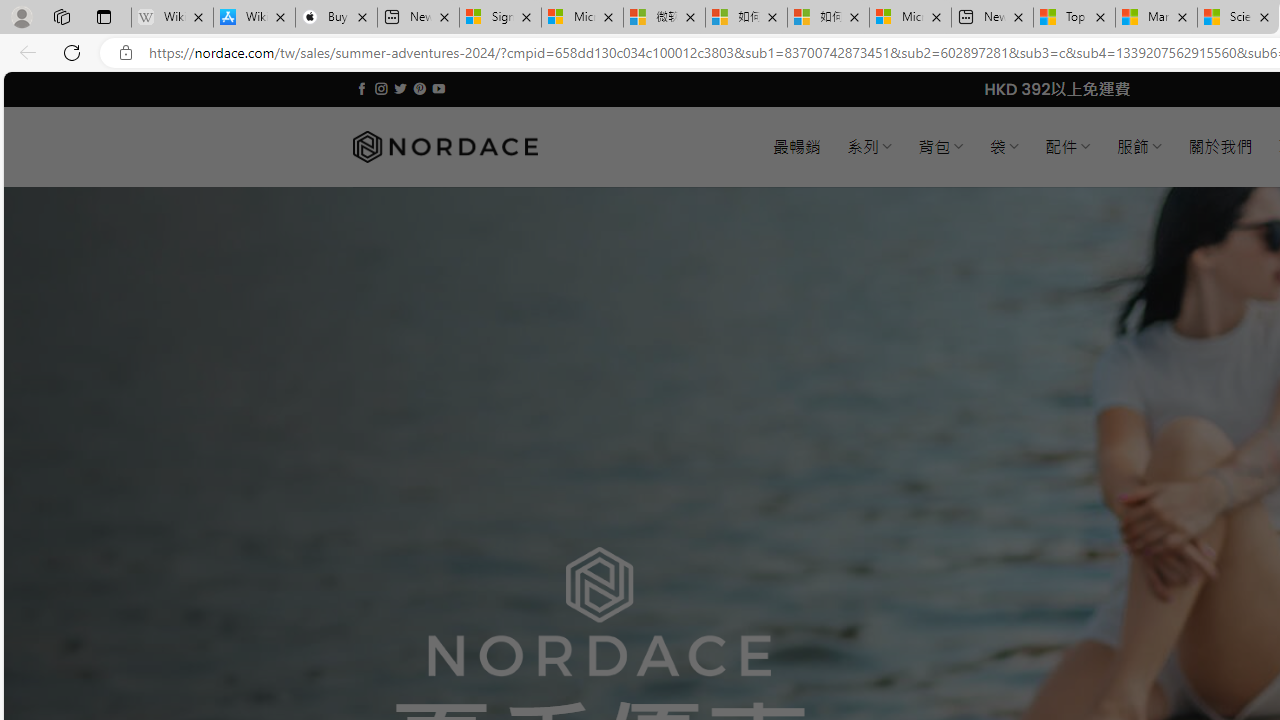 The width and height of the screenshot is (1280, 720). I want to click on 'Top Stories - MSN', so click(1073, 17).